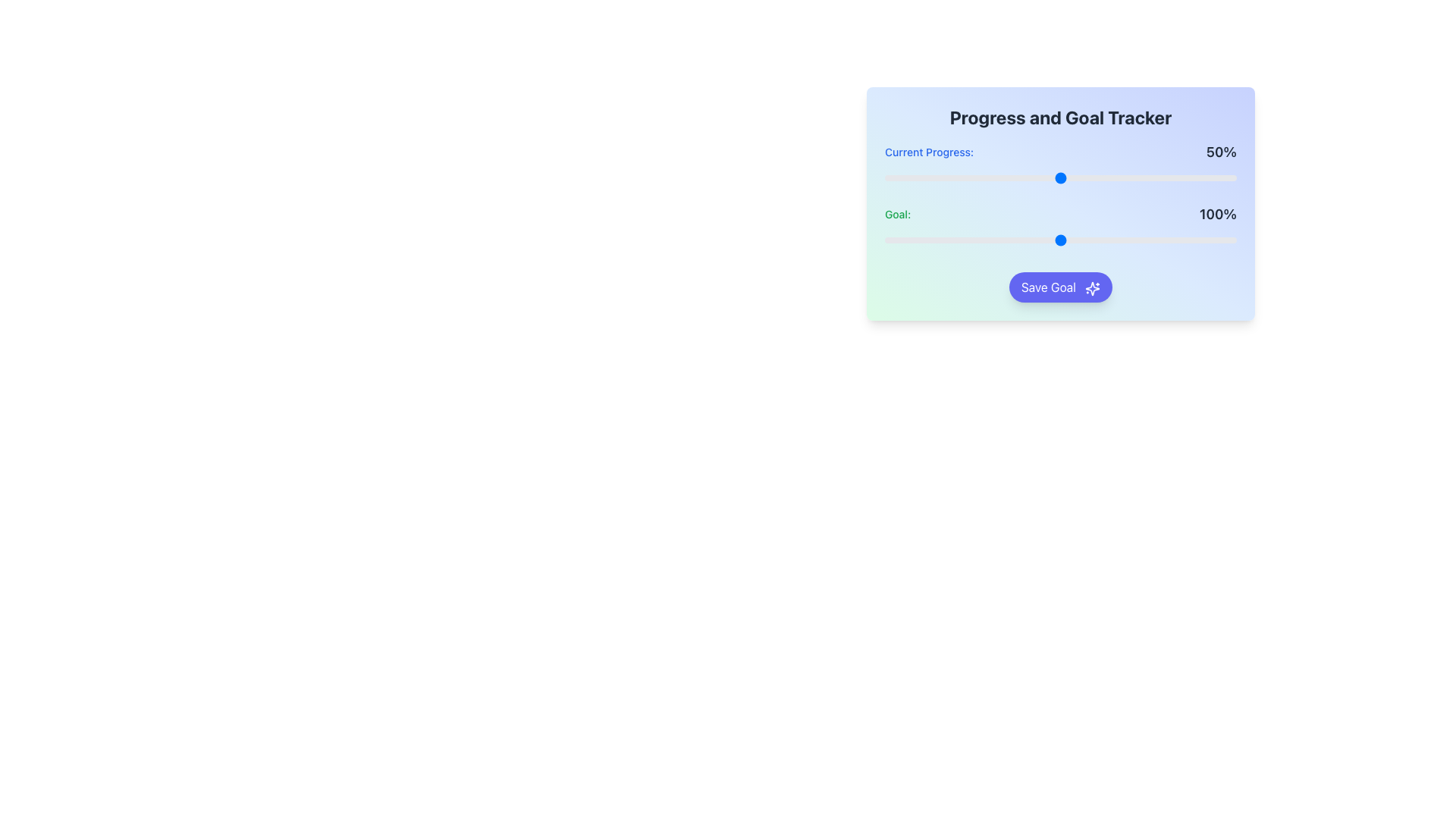 This screenshot has height=819, width=1456. What do you see at coordinates (1059, 287) in the screenshot?
I see `the save button located below the progress and goal sliders` at bounding box center [1059, 287].